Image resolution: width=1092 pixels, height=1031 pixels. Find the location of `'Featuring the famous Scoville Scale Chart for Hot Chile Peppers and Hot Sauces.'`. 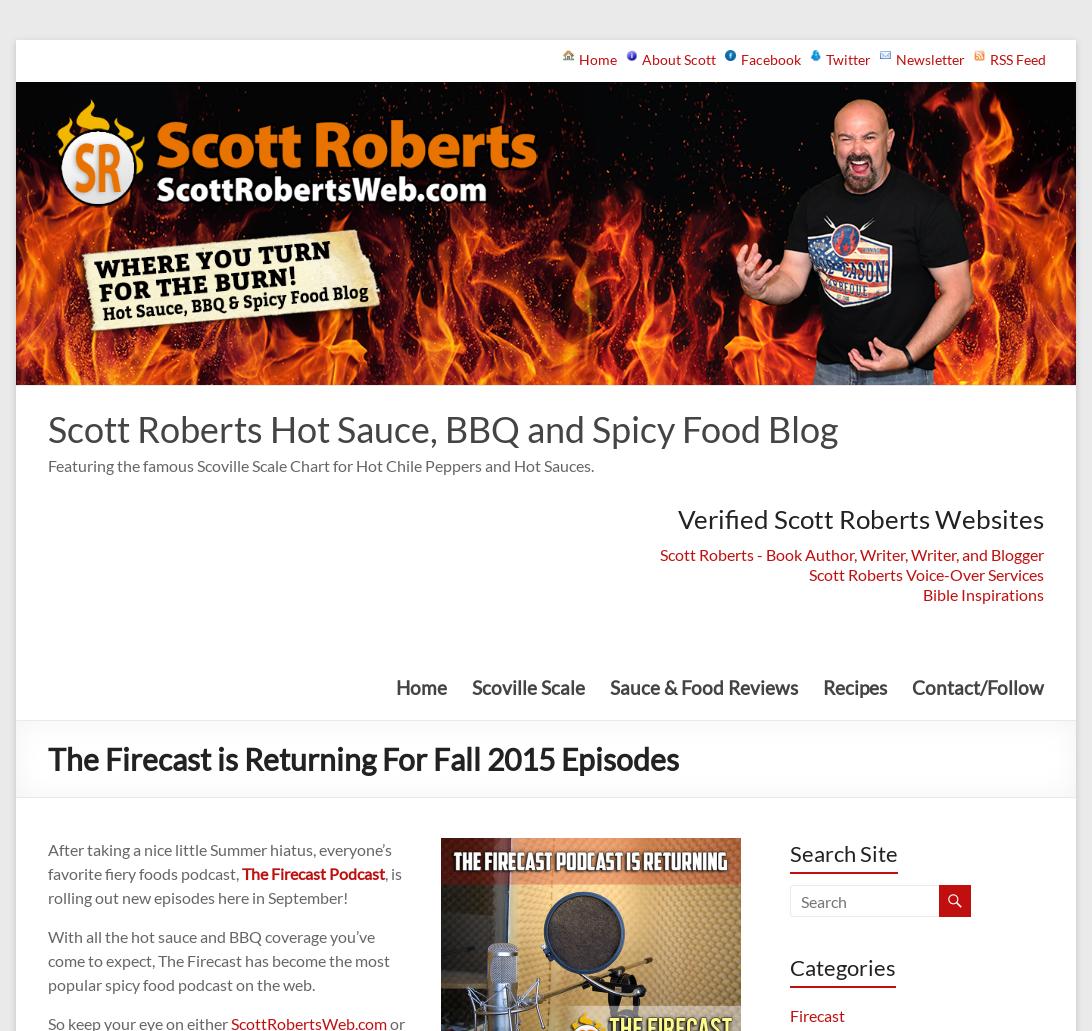

'Featuring the famous Scoville Scale Chart for Hot Chile Peppers and Hot Sauces.' is located at coordinates (321, 464).